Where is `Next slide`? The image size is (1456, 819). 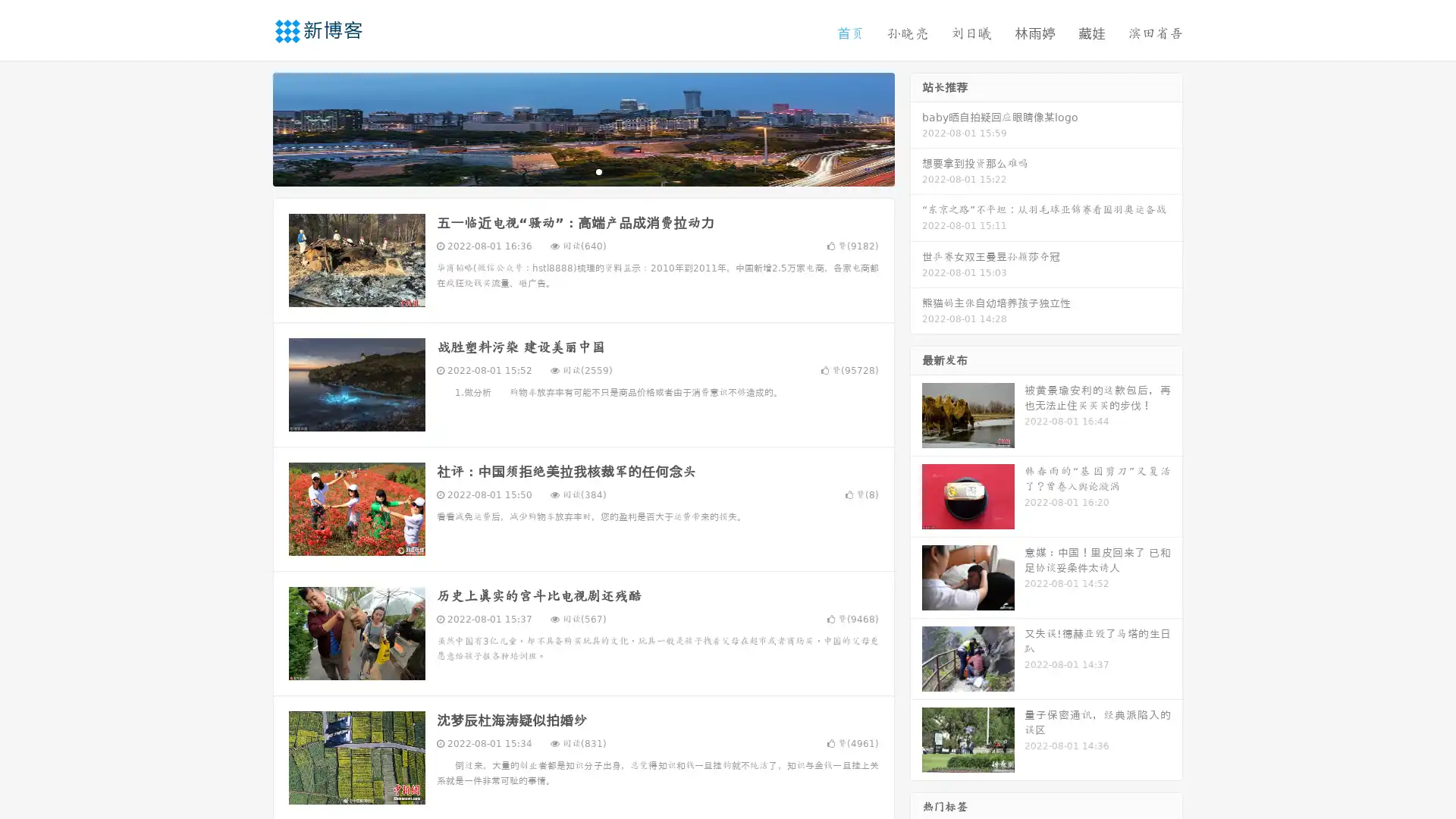 Next slide is located at coordinates (916, 127).